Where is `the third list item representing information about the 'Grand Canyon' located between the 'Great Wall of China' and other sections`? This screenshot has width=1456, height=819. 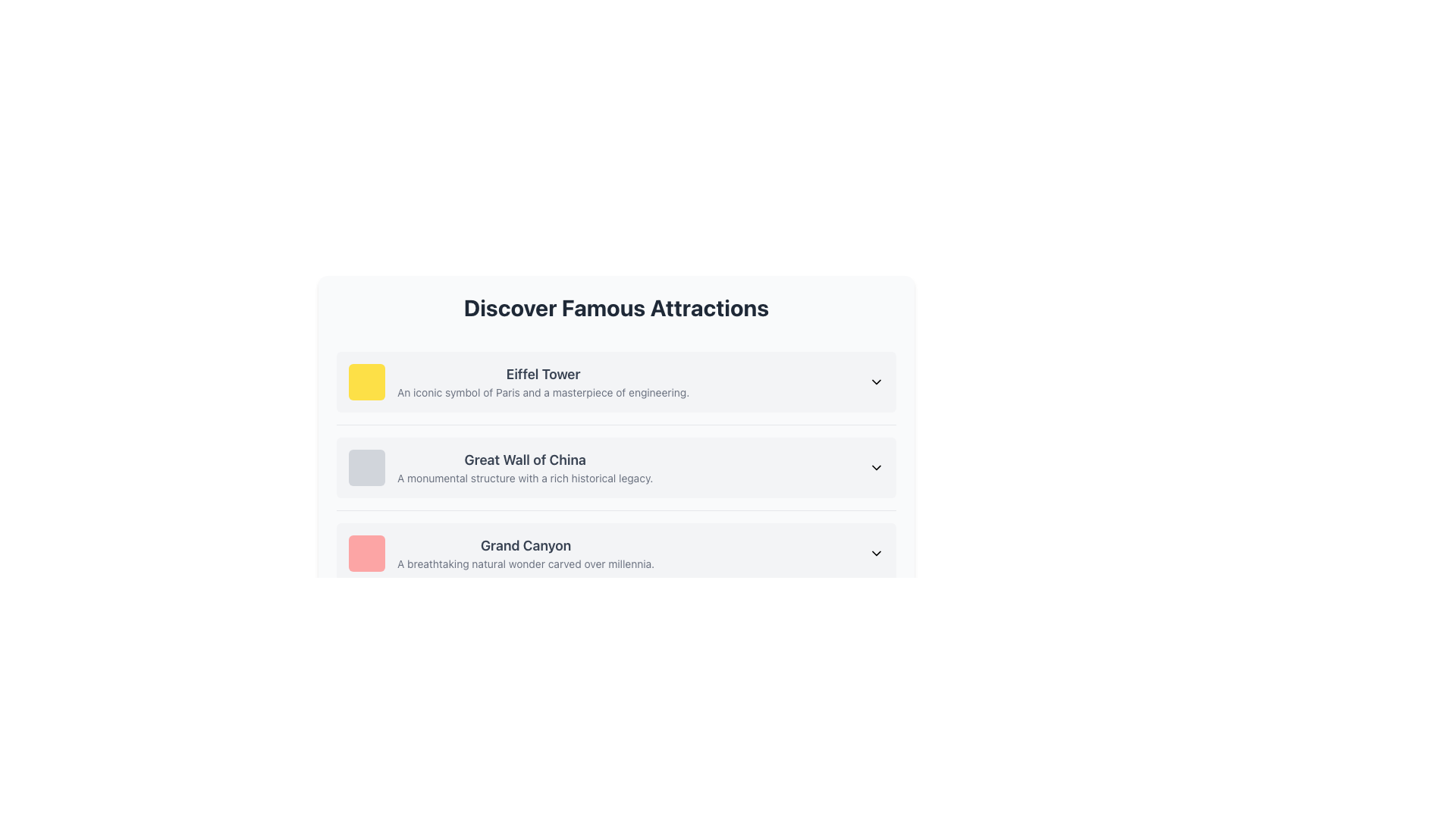 the third list item representing information about the 'Grand Canyon' located between the 'Great Wall of China' and other sections is located at coordinates (616, 553).